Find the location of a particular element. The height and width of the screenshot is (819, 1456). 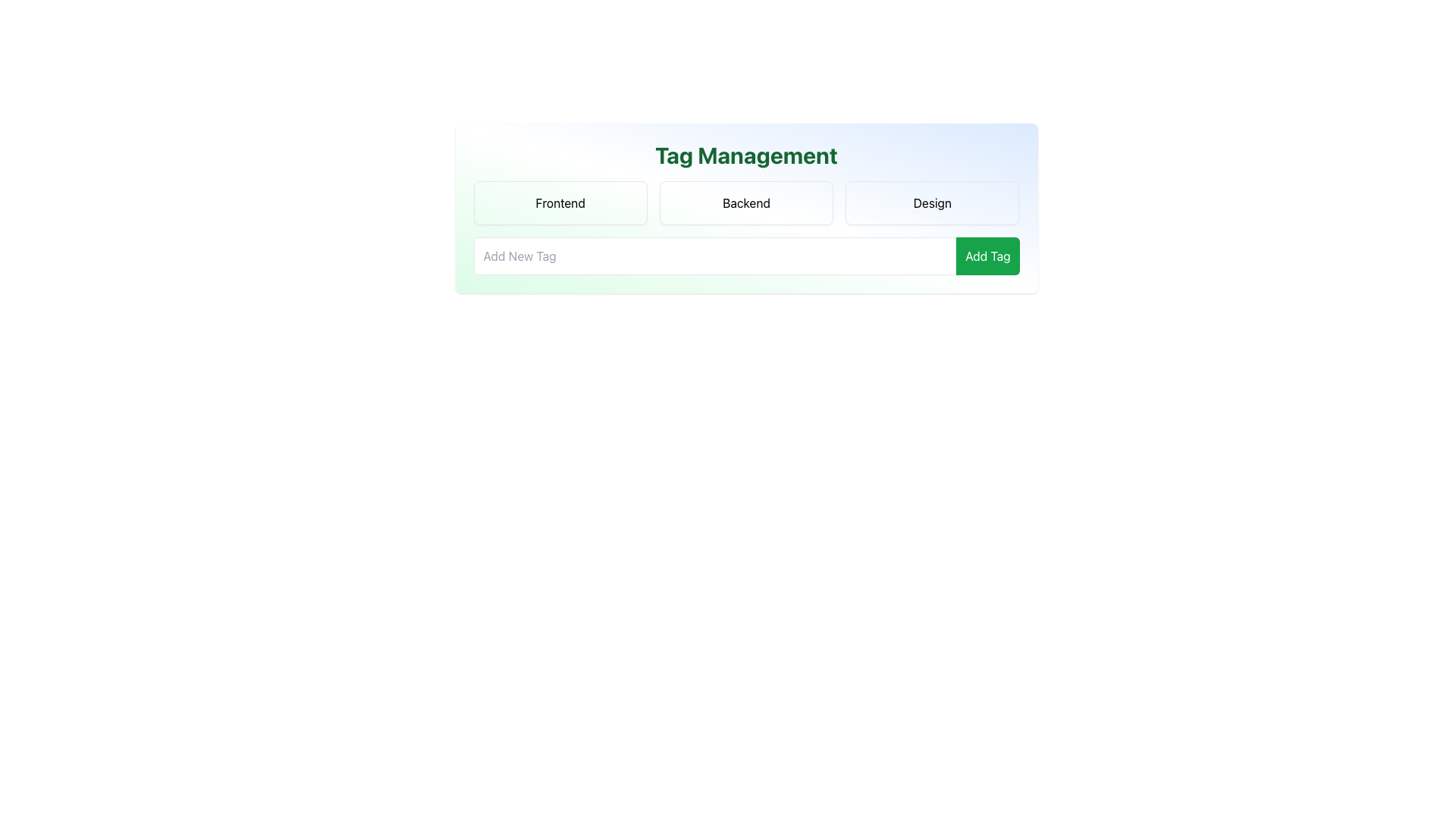

the 'Backend' category button located beneath the 'Tag Management' title is located at coordinates (746, 208).